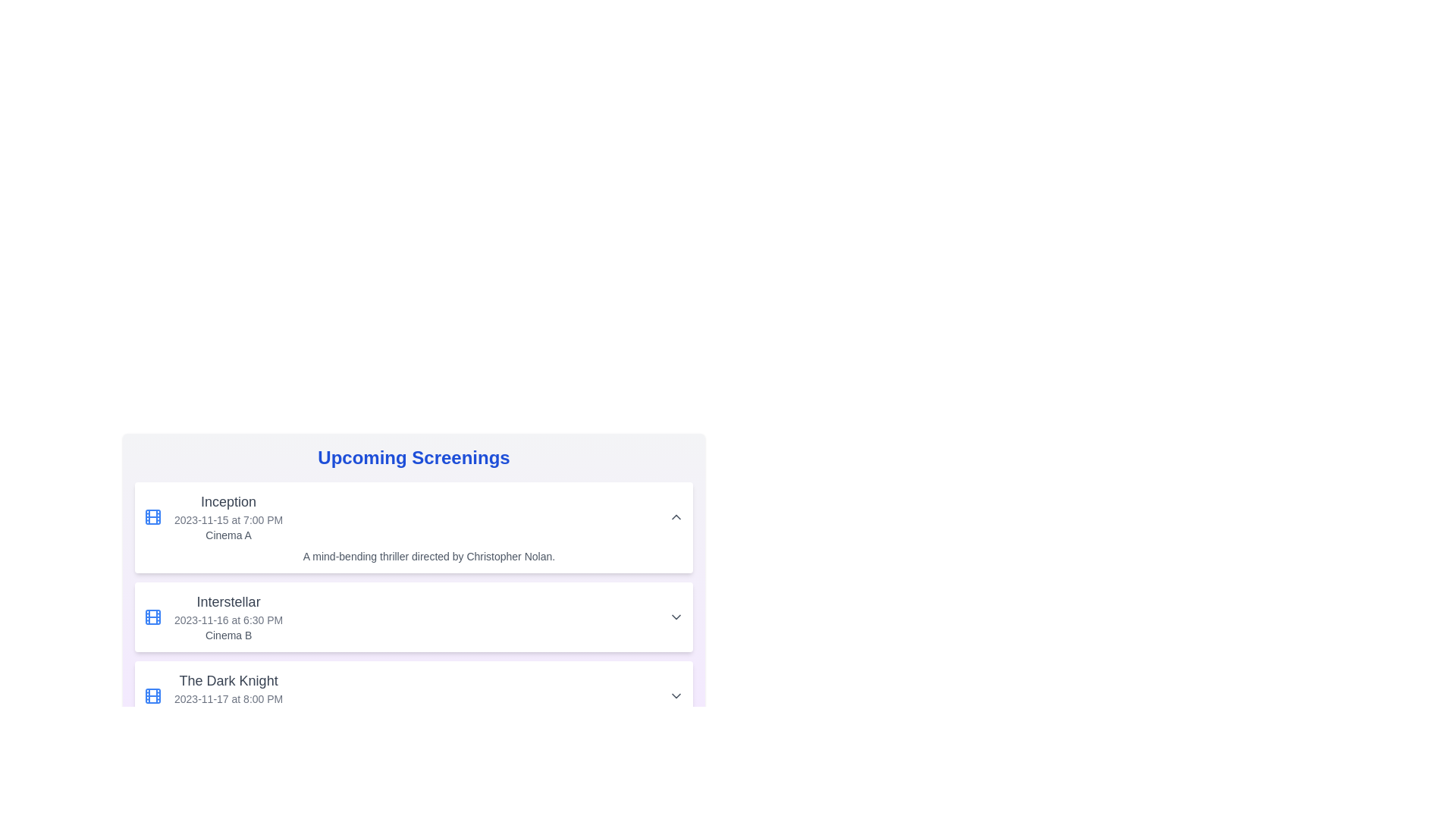 The image size is (1456, 819). What do you see at coordinates (227, 696) in the screenshot?
I see `the text block displaying 'The Dark Knight' with the date and time '2023-11-17 at 8:00 PM' and 'Cinema C', located in the lower part of the interface under 'Upcoming Screenings'` at bounding box center [227, 696].